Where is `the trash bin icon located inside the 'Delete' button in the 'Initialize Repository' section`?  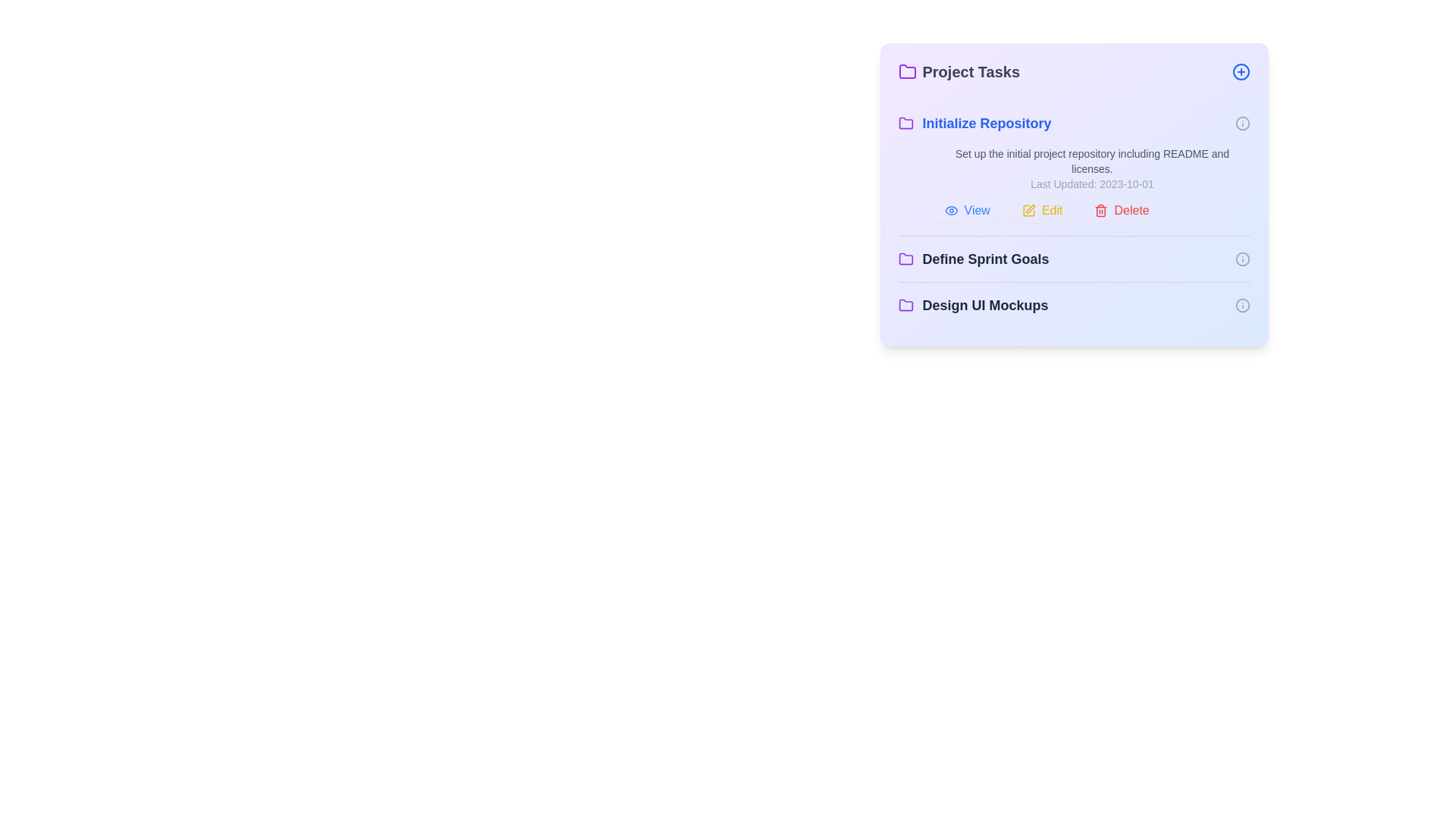
the trash bin icon located inside the 'Delete' button in the 'Initialize Repository' section is located at coordinates (1101, 210).